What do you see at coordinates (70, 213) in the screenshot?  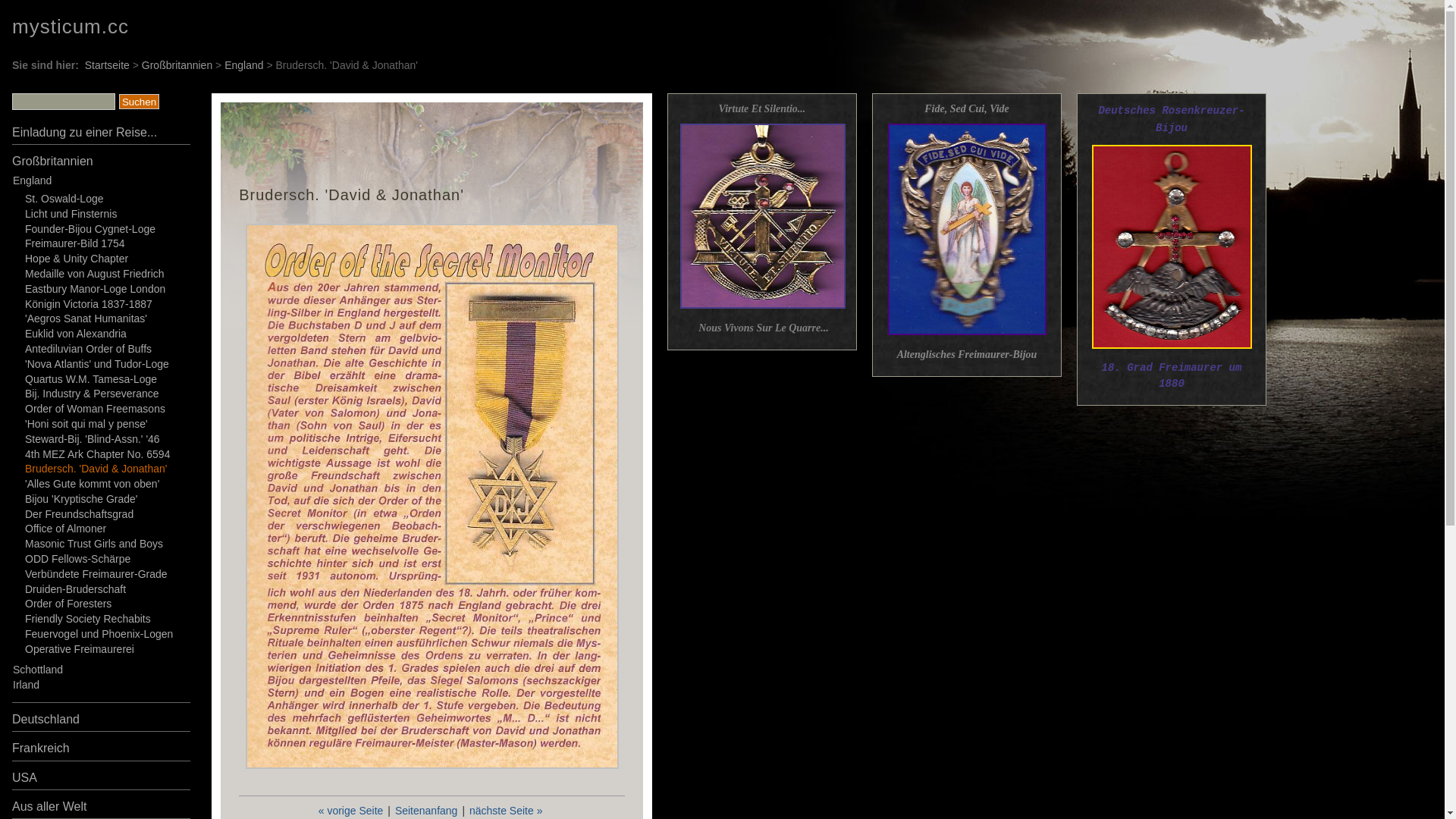 I see `'Licht und Finsternis'` at bounding box center [70, 213].